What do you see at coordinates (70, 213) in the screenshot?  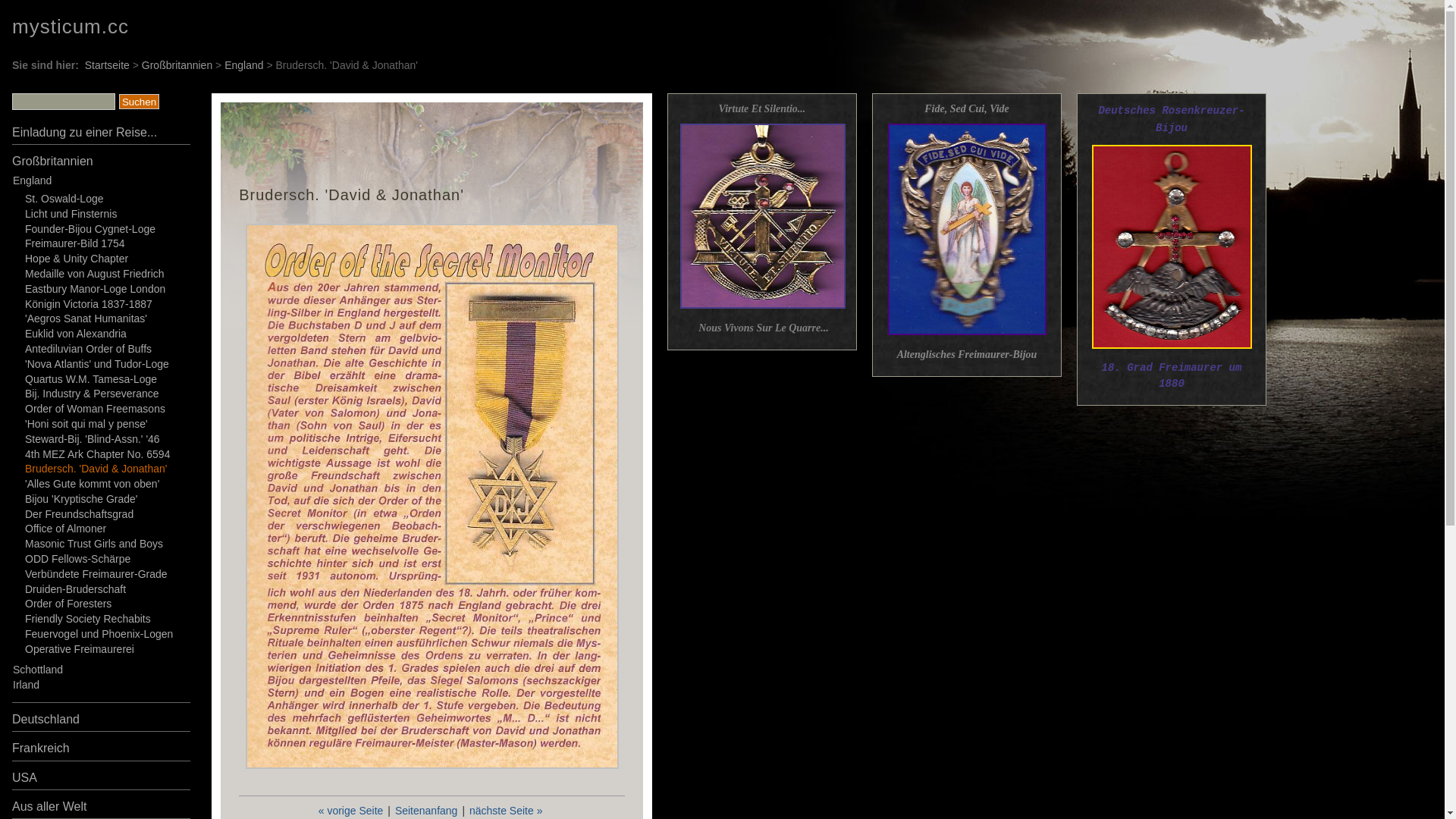 I see `'Licht und Finsternis'` at bounding box center [70, 213].